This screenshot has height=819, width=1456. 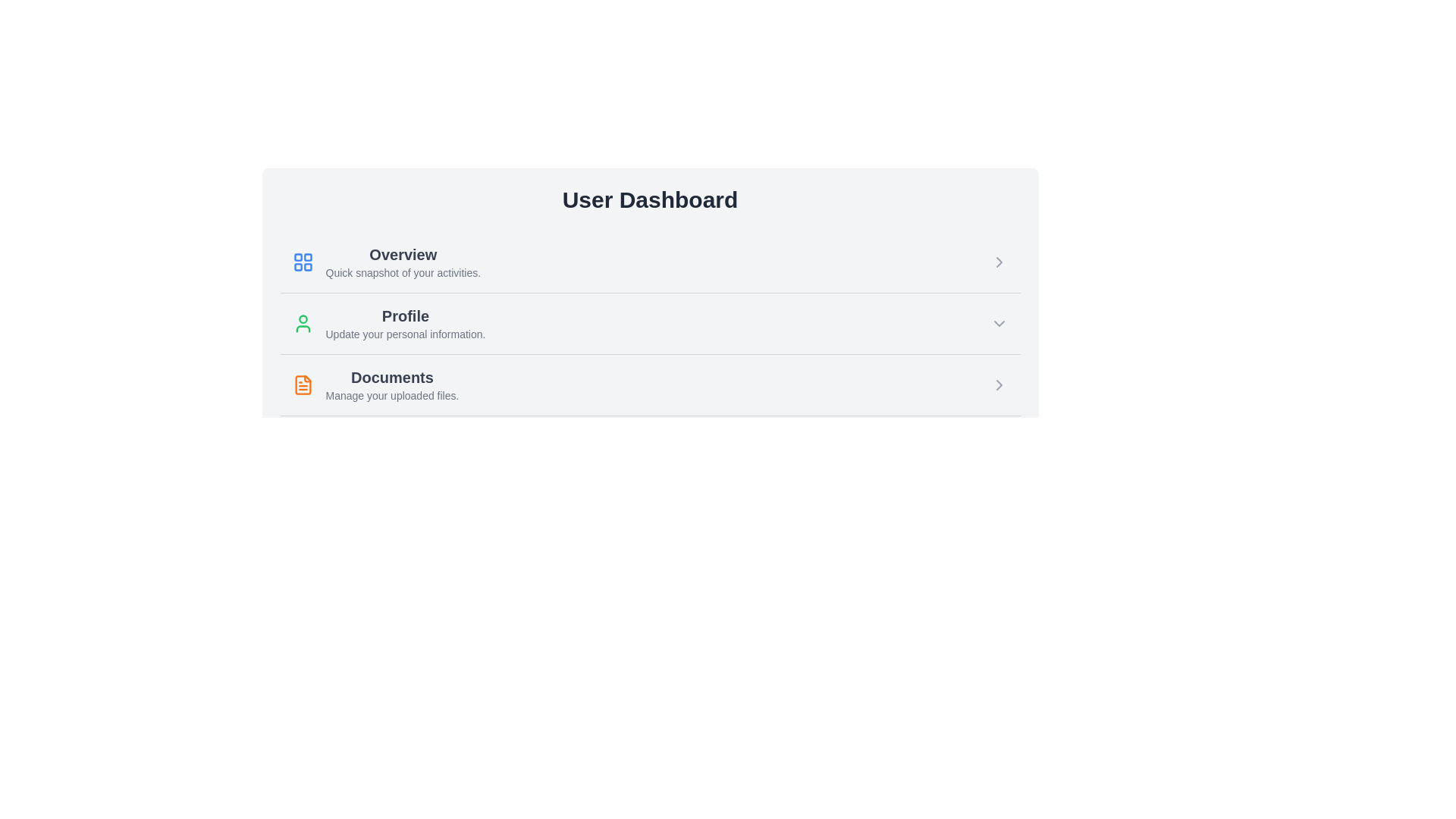 What do you see at coordinates (403, 262) in the screenshot?
I see `the first row of the dashboard containing the title 'Overview' and description 'Quick snapshot of your activities.'` at bounding box center [403, 262].